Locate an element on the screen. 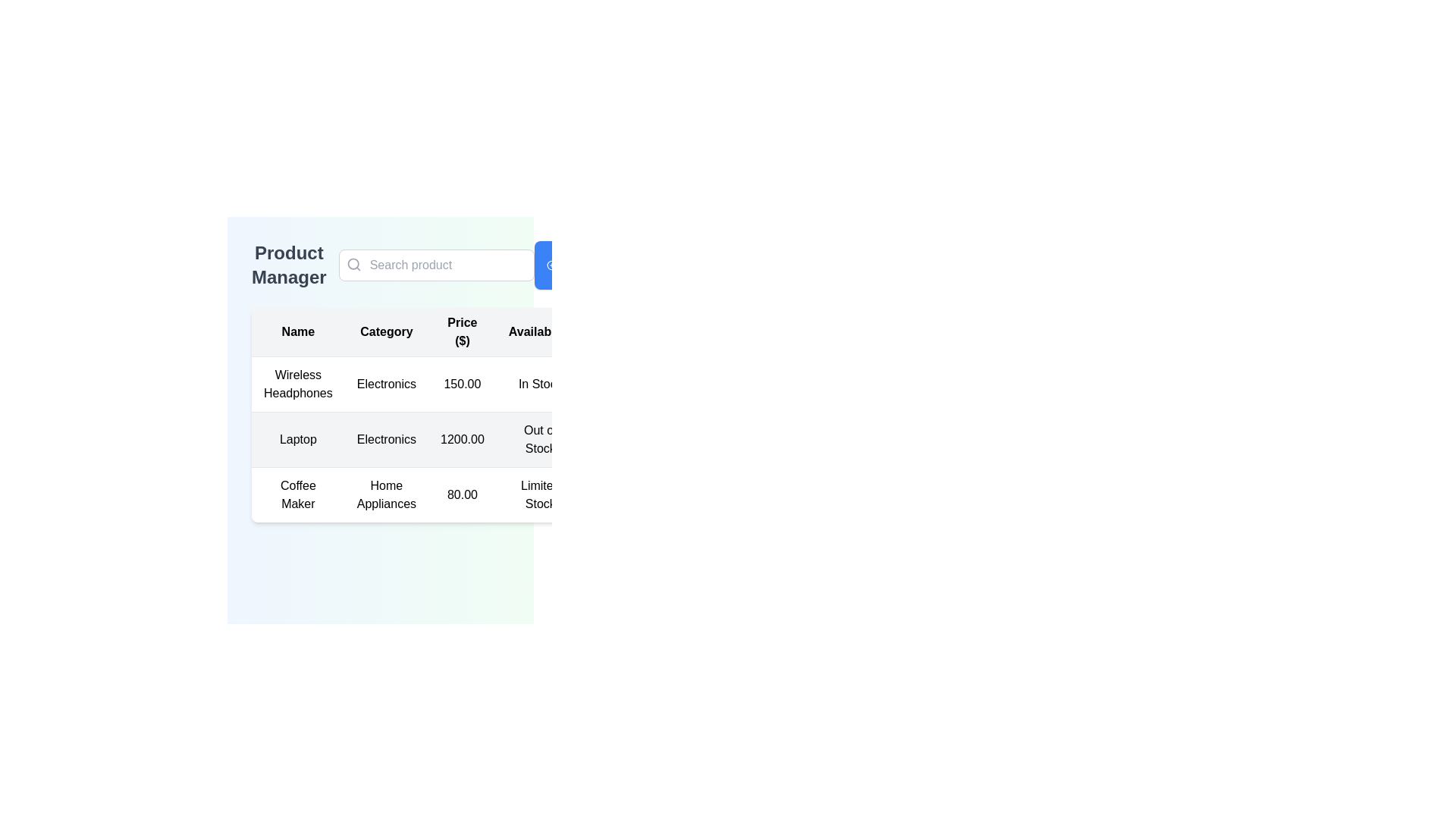 The height and width of the screenshot is (819, 1456). the 'In Stock' text label in the fourth column of the first row of the product manager layout table is located at coordinates (540, 383).